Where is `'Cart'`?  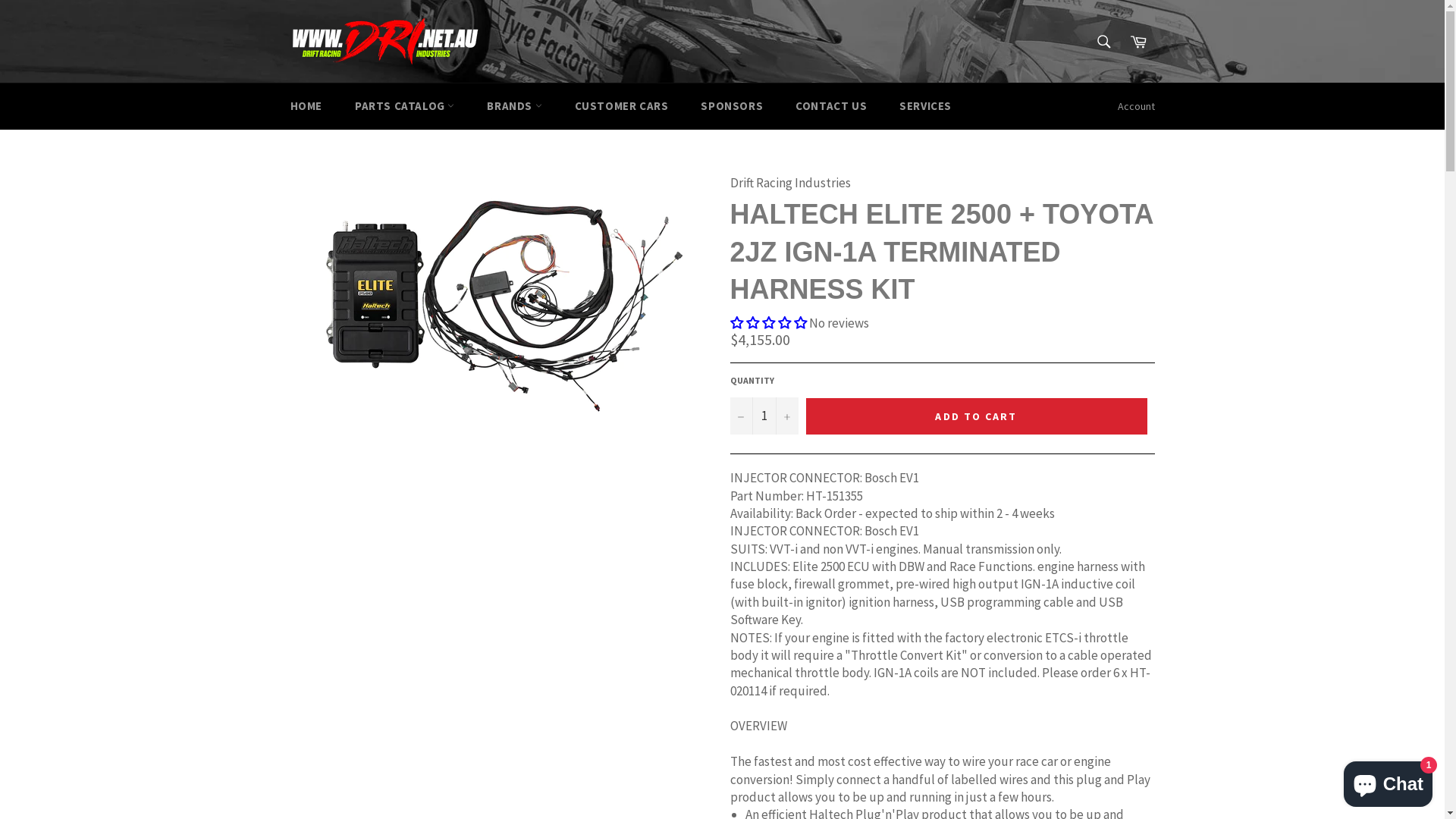 'Cart' is located at coordinates (1138, 40).